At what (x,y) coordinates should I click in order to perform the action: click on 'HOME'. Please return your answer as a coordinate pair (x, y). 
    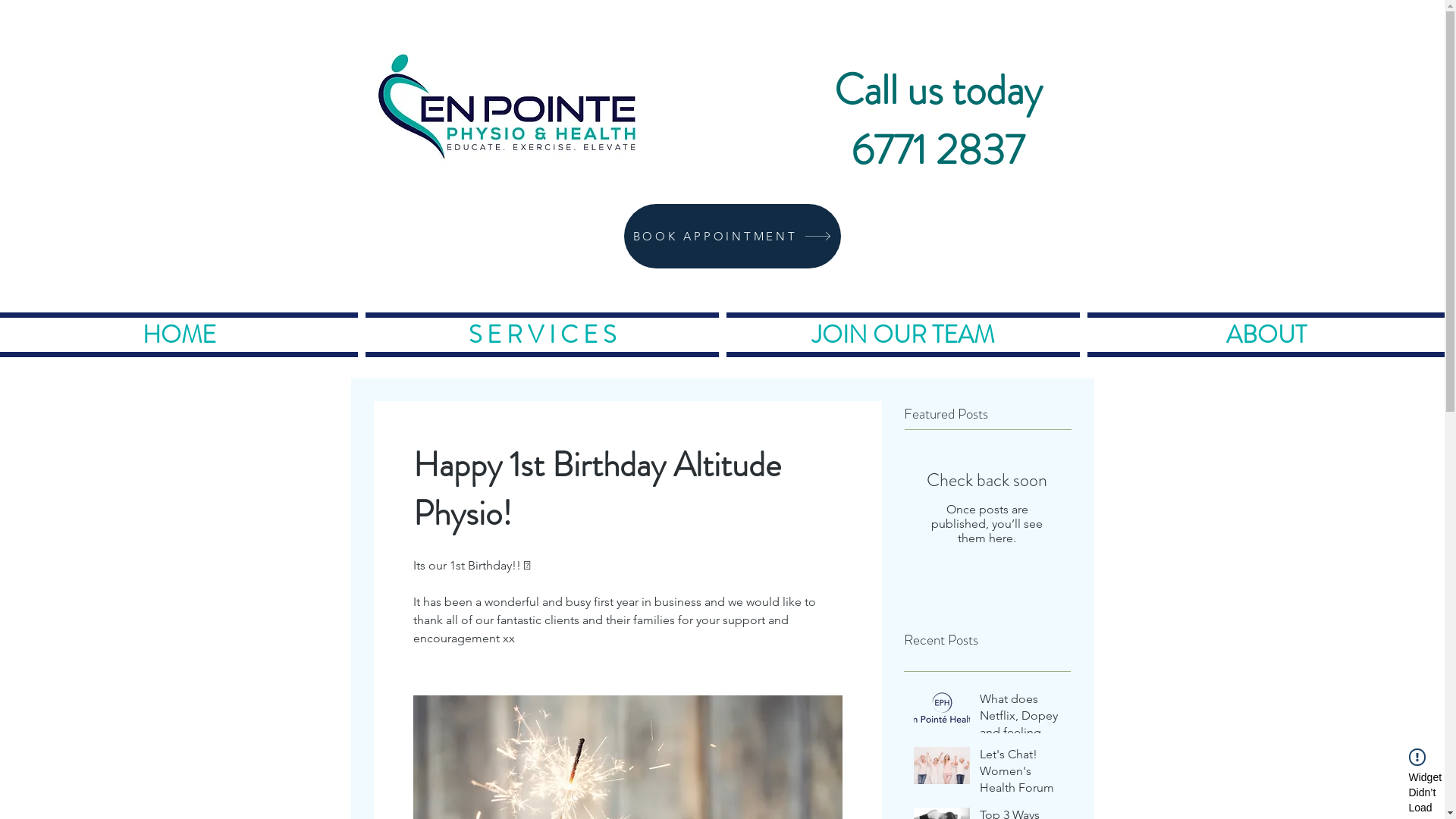
    Looking at the image, I should click on (180, 325).